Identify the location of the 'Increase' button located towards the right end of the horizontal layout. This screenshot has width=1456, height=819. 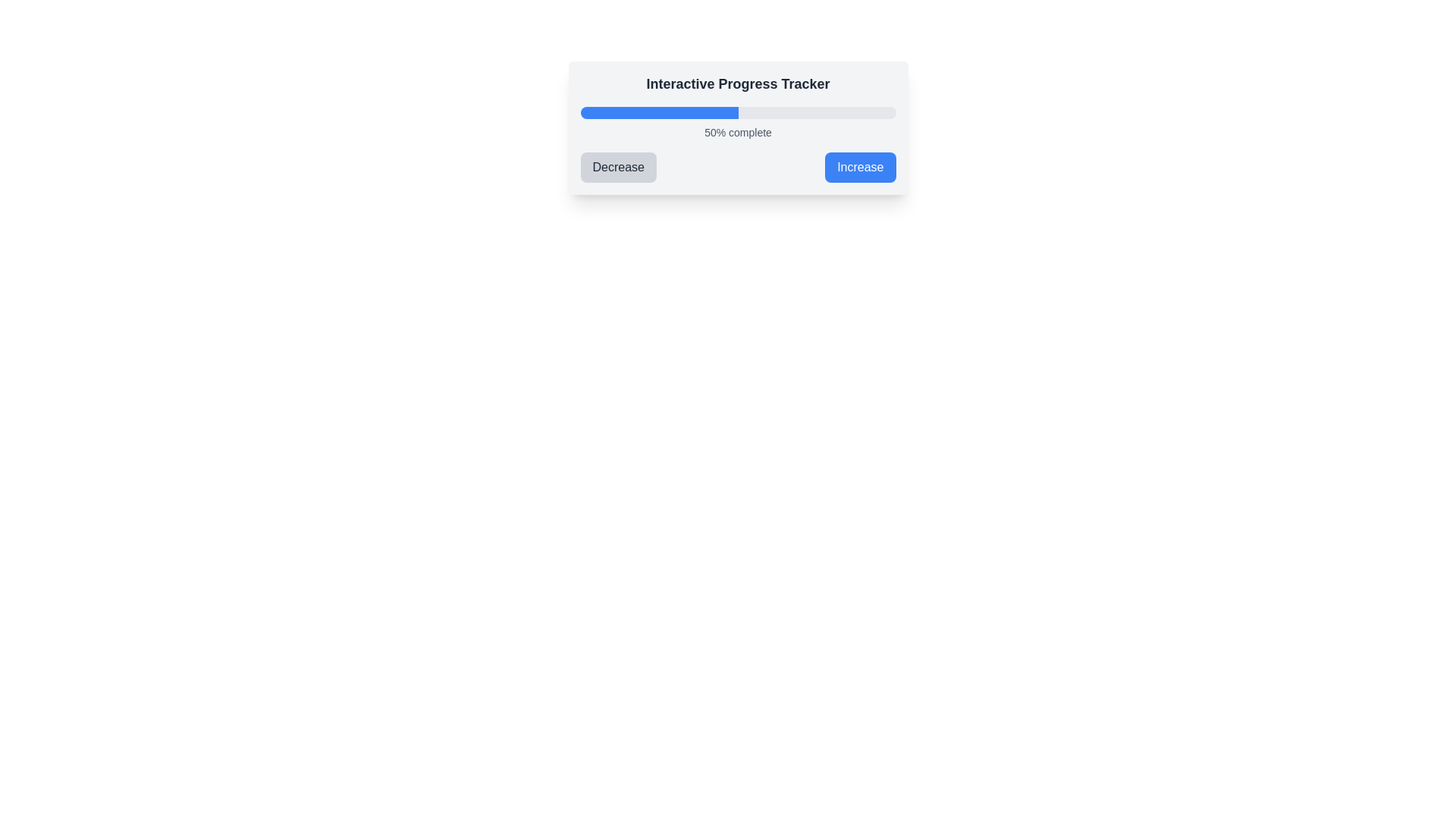
(860, 167).